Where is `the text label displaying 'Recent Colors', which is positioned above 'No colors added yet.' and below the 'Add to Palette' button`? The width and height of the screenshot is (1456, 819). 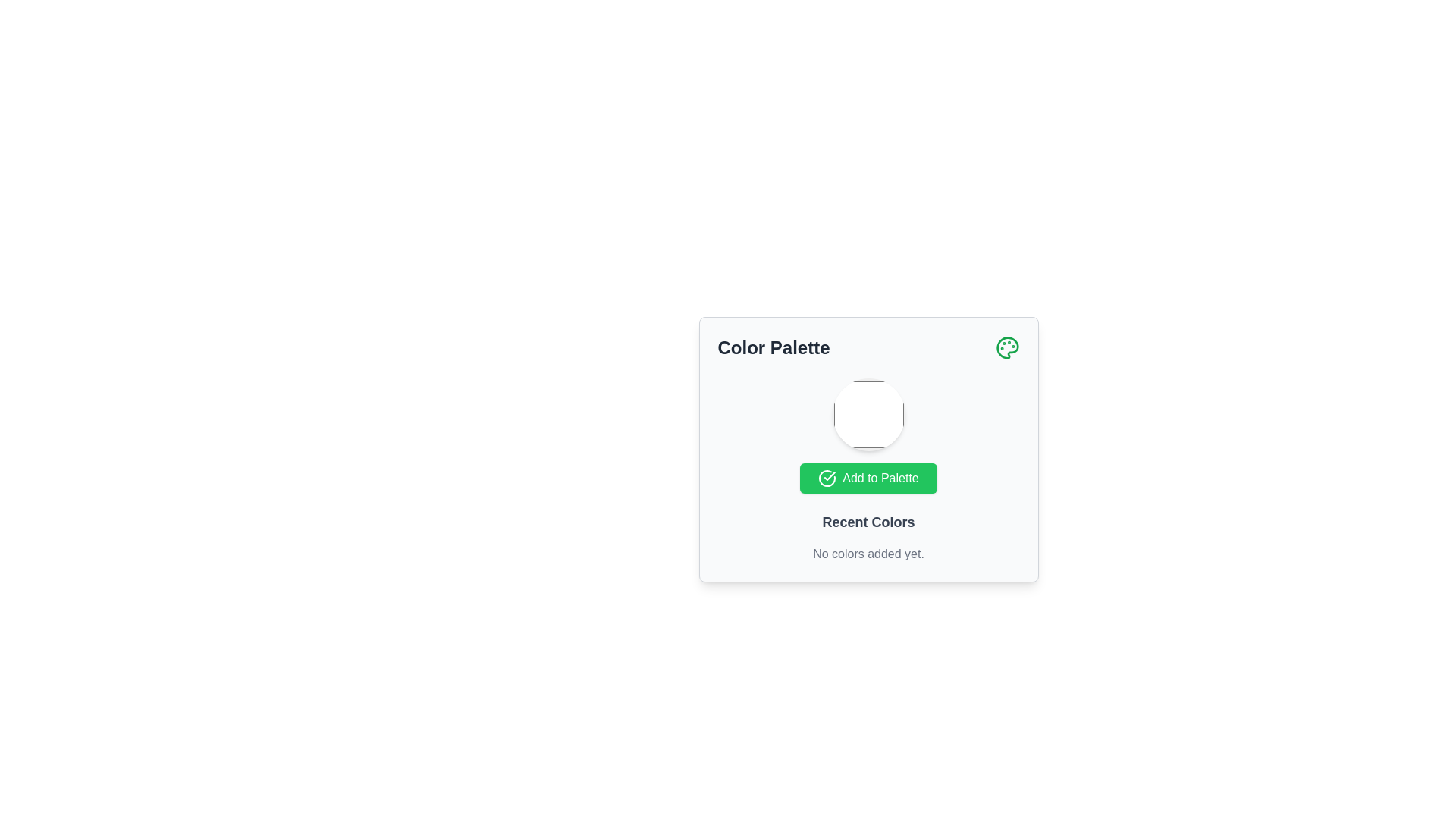
the text label displaying 'Recent Colors', which is positioned above 'No colors added yet.' and below the 'Add to Palette' button is located at coordinates (868, 522).